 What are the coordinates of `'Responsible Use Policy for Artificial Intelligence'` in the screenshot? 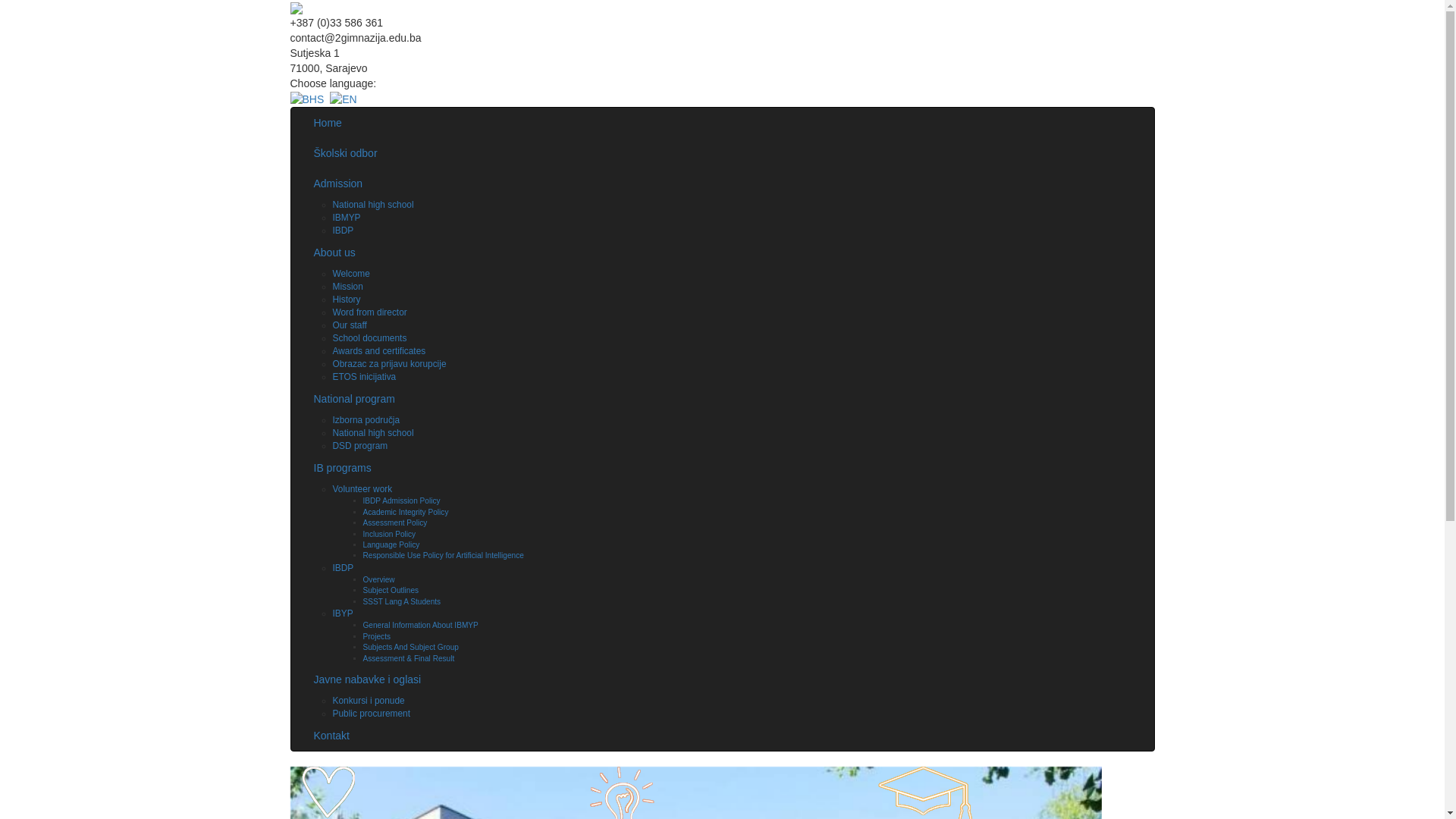 It's located at (442, 555).